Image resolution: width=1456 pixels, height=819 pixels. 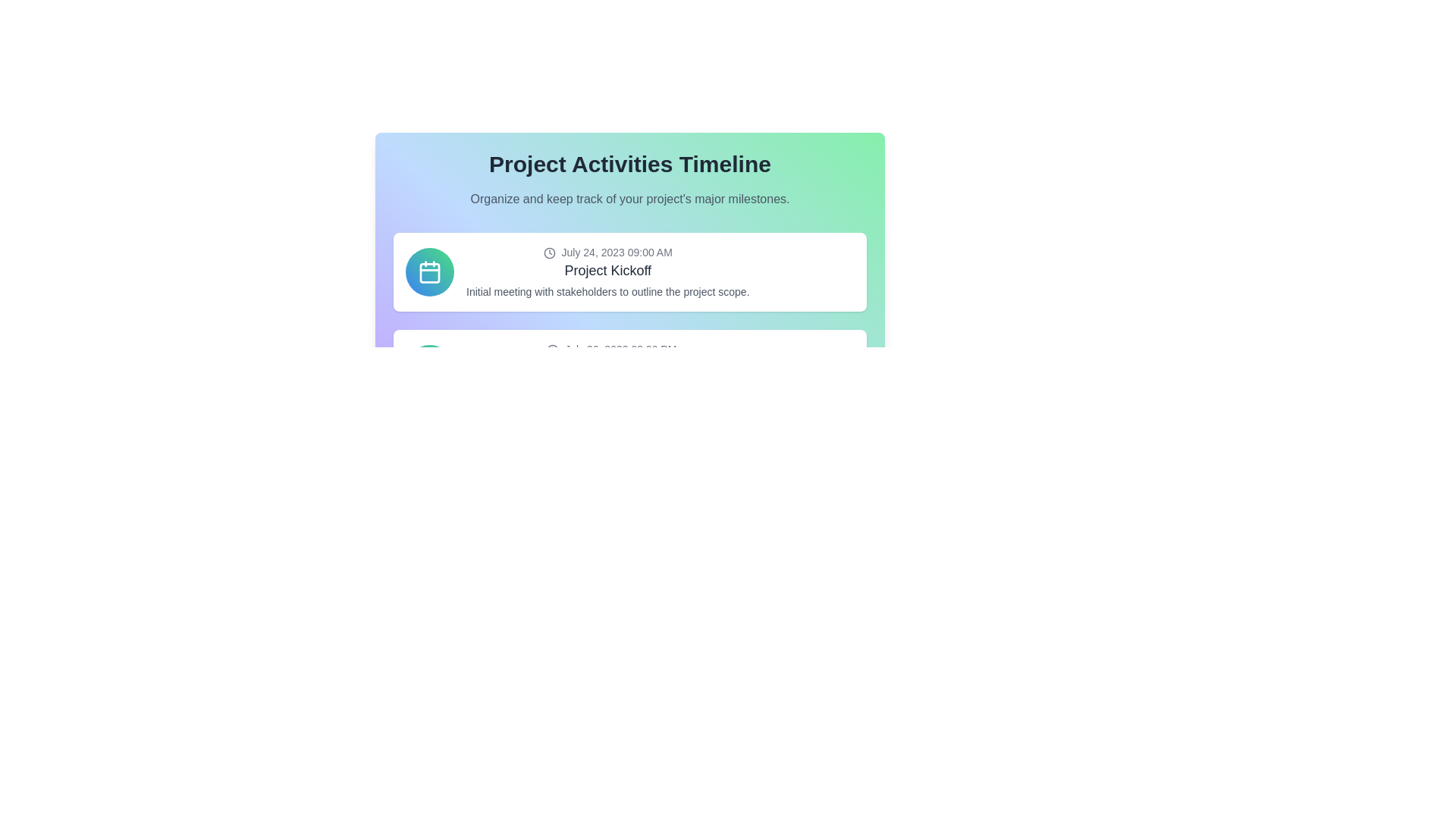 What do you see at coordinates (629, 369) in the screenshot?
I see `details contained in the second event card of the timeline, which is positioned below 'Project Kickoff' and above 'Development Start'` at bounding box center [629, 369].